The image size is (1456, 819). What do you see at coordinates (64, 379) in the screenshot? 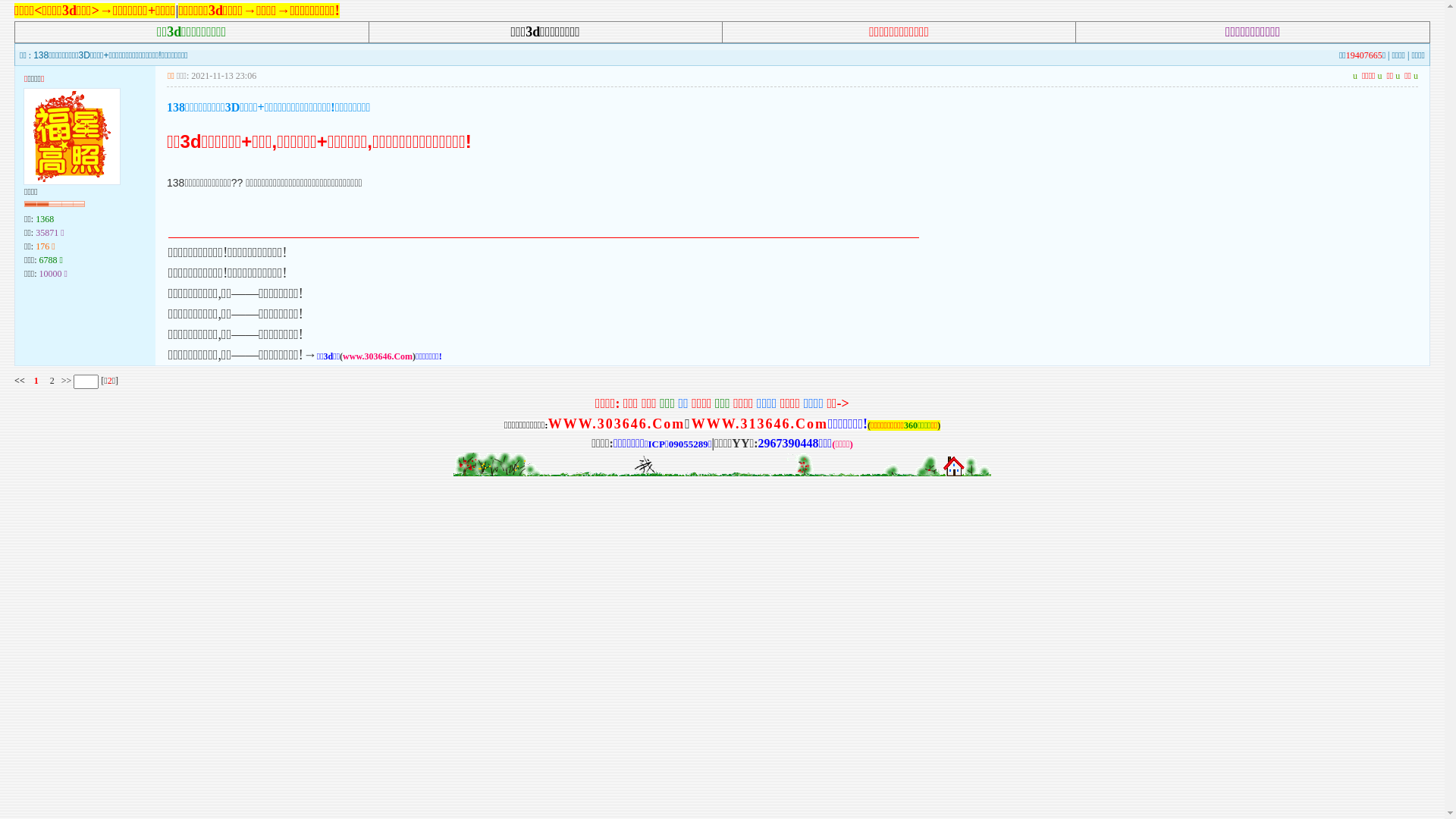
I see `'>>'` at bounding box center [64, 379].